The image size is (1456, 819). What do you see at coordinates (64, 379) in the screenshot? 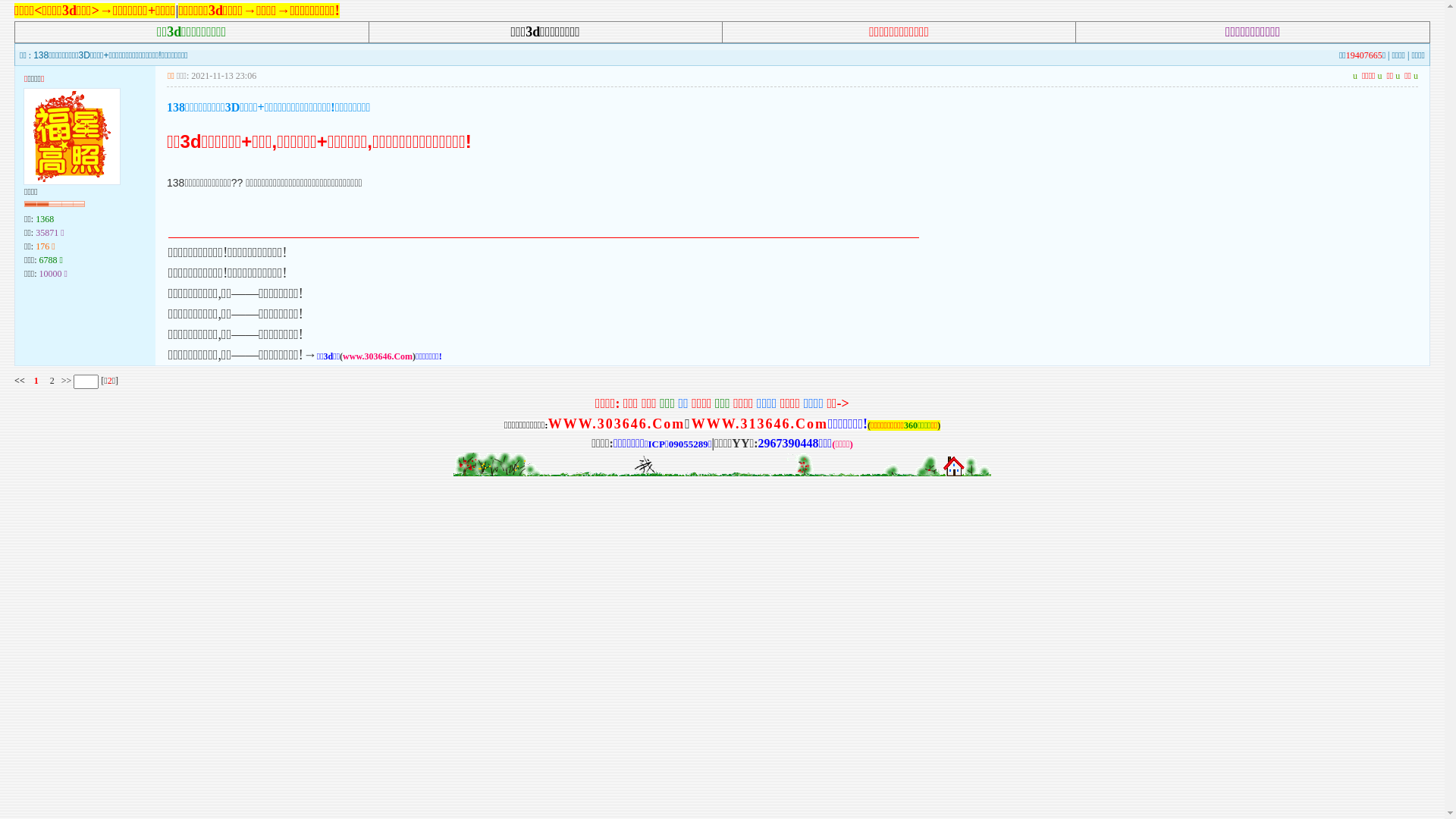
I see `'>>'` at bounding box center [64, 379].